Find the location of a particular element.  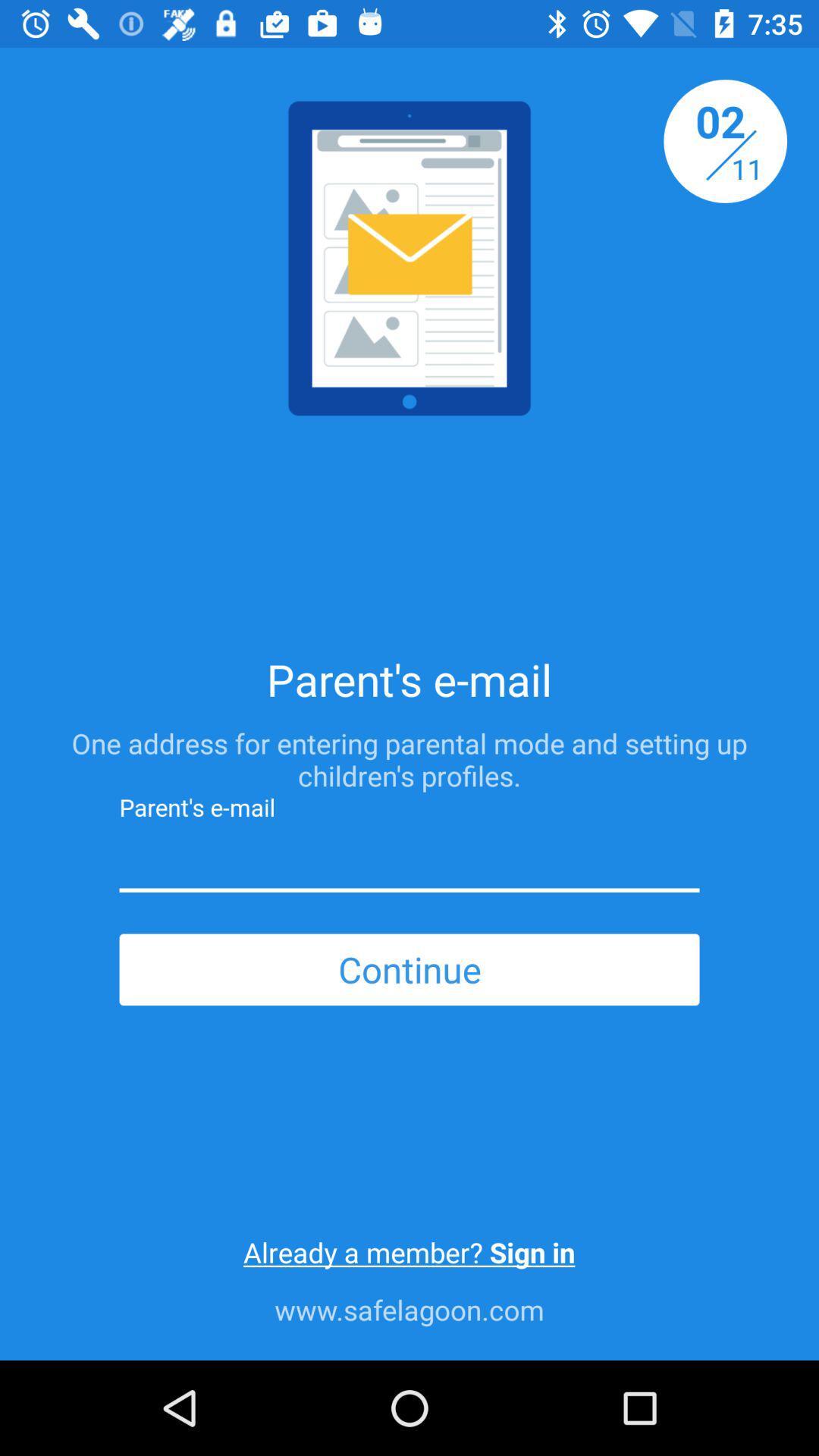

give parent 's e-mail address is located at coordinates (409, 861).